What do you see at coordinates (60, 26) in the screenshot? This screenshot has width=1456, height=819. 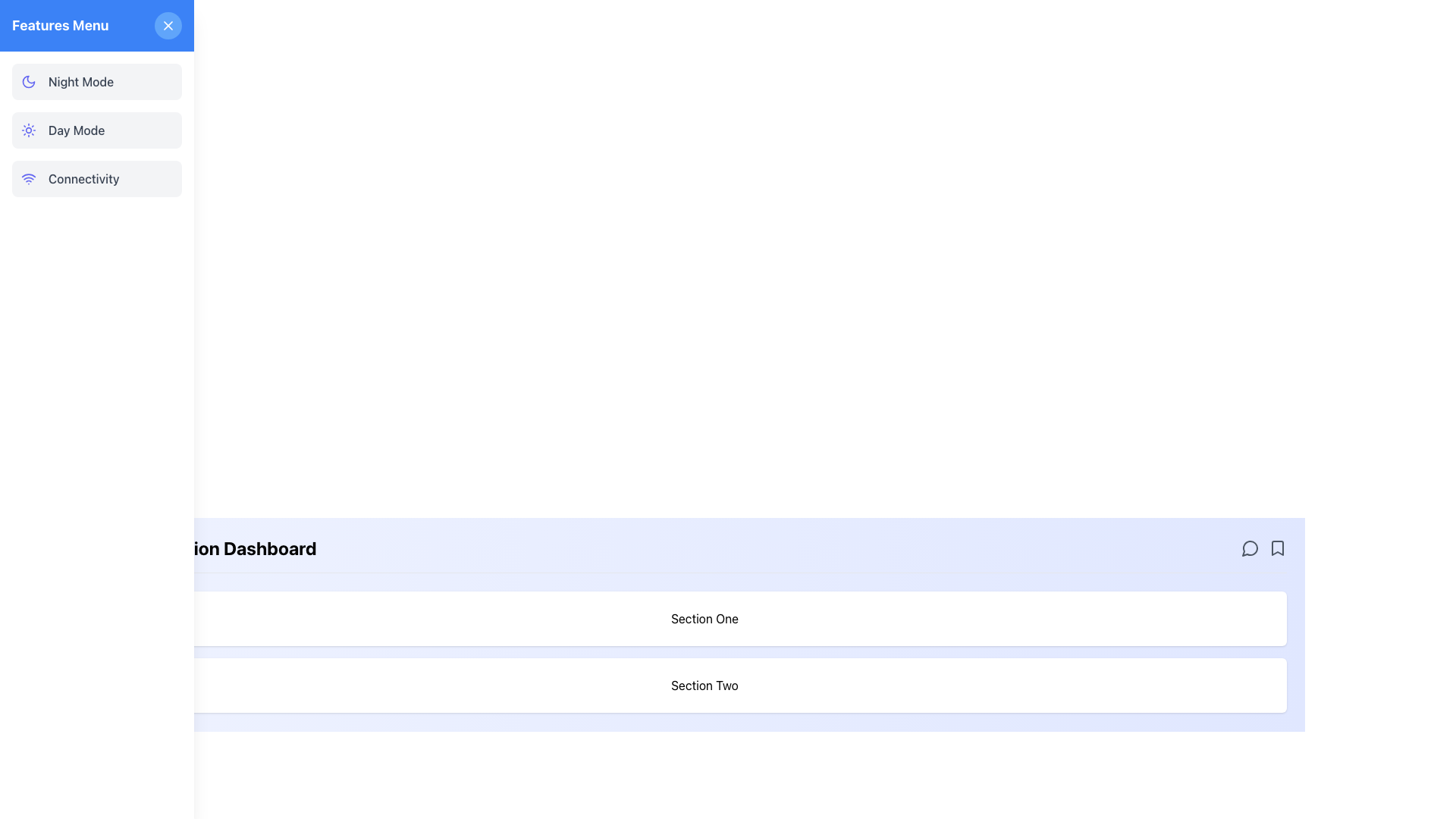 I see `the Text Label located in the top-left corner of the interface, which serves as a title for the current menu displayed within a blue header bar` at bounding box center [60, 26].